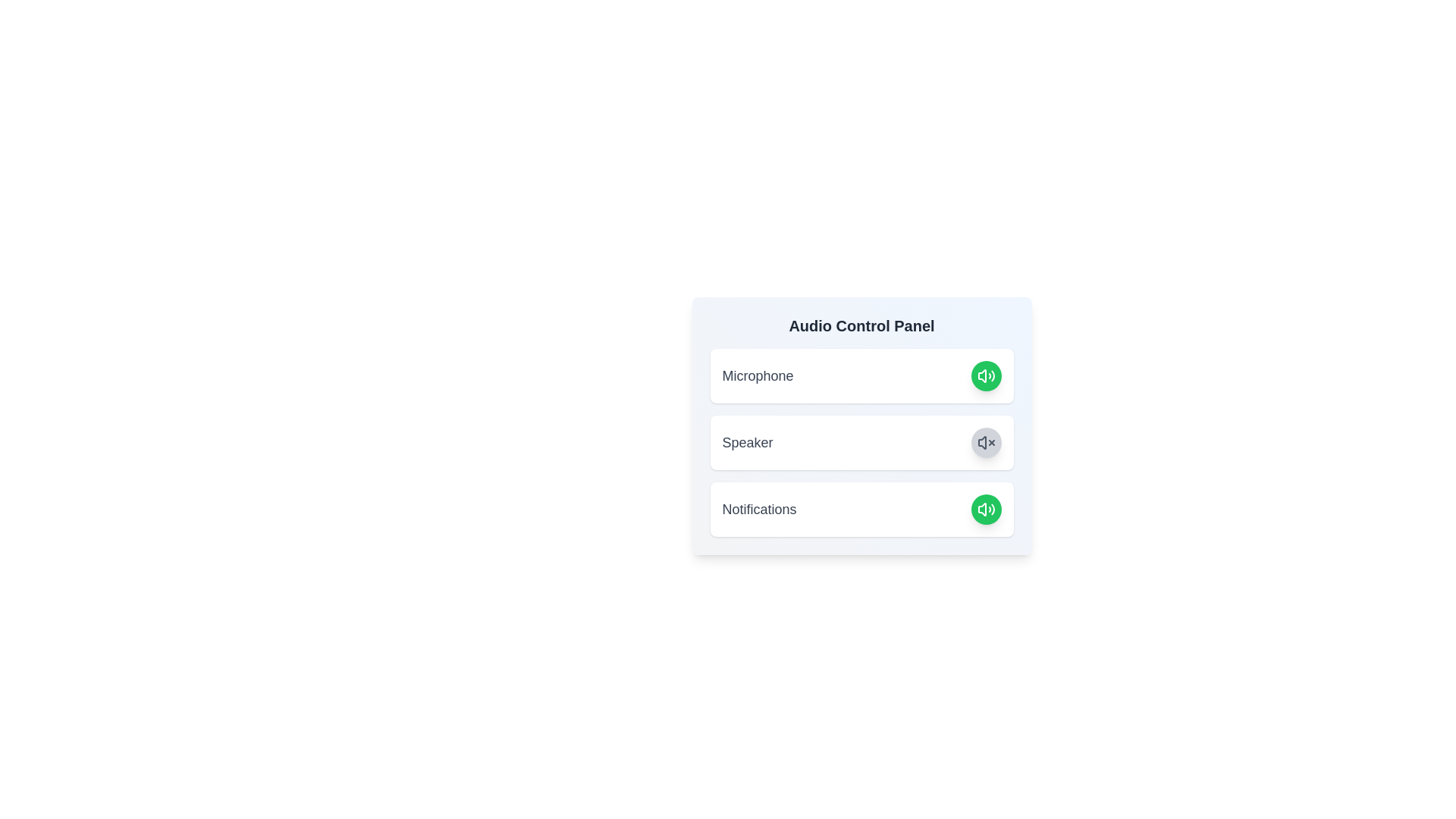  Describe the element at coordinates (986, 442) in the screenshot. I see `the circular mute button located in the 'Speaker' section of the 'Audio Control Panel'` at that location.